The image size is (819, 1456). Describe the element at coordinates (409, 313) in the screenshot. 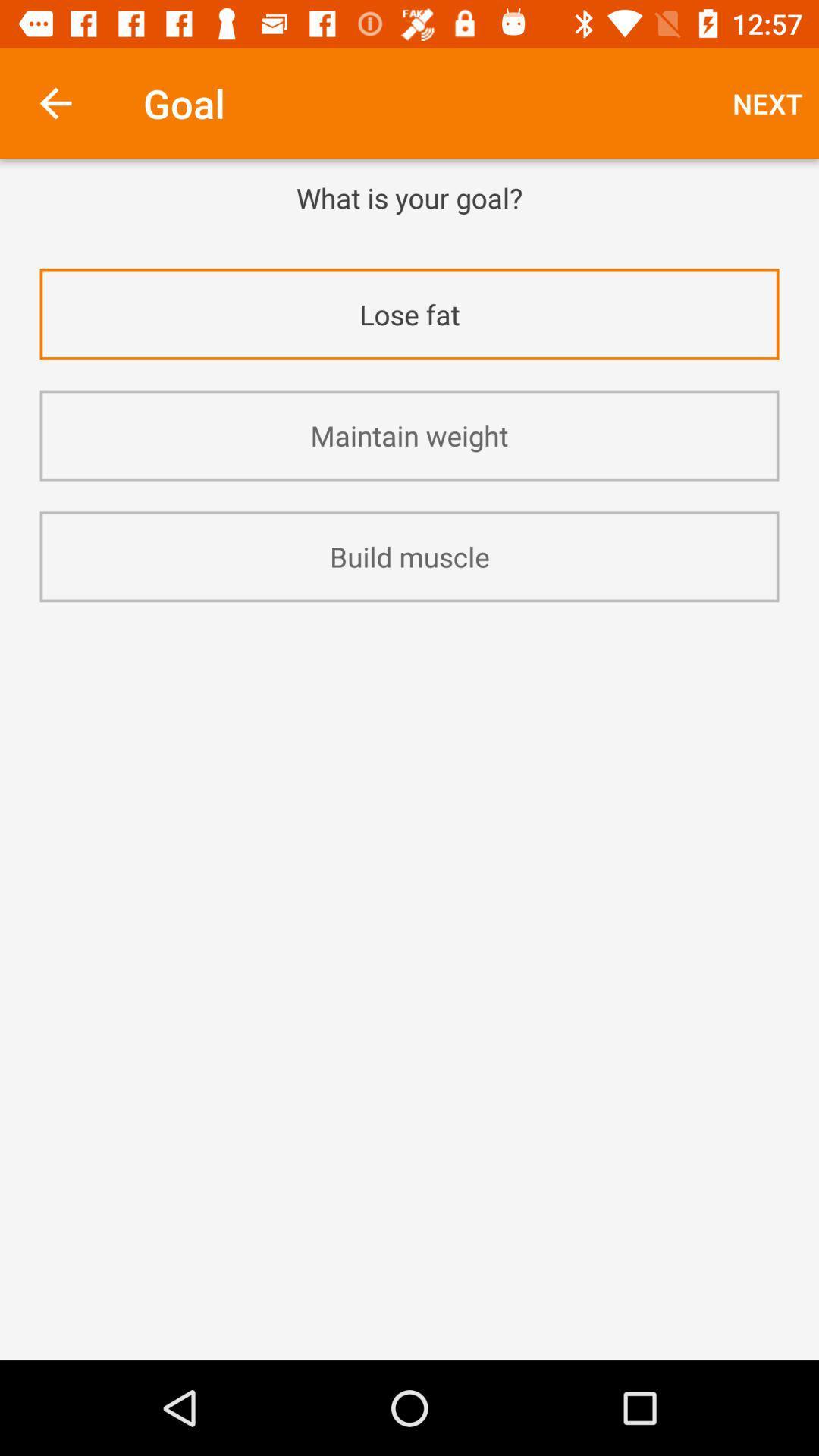

I see `the item above maintain weight icon` at that location.